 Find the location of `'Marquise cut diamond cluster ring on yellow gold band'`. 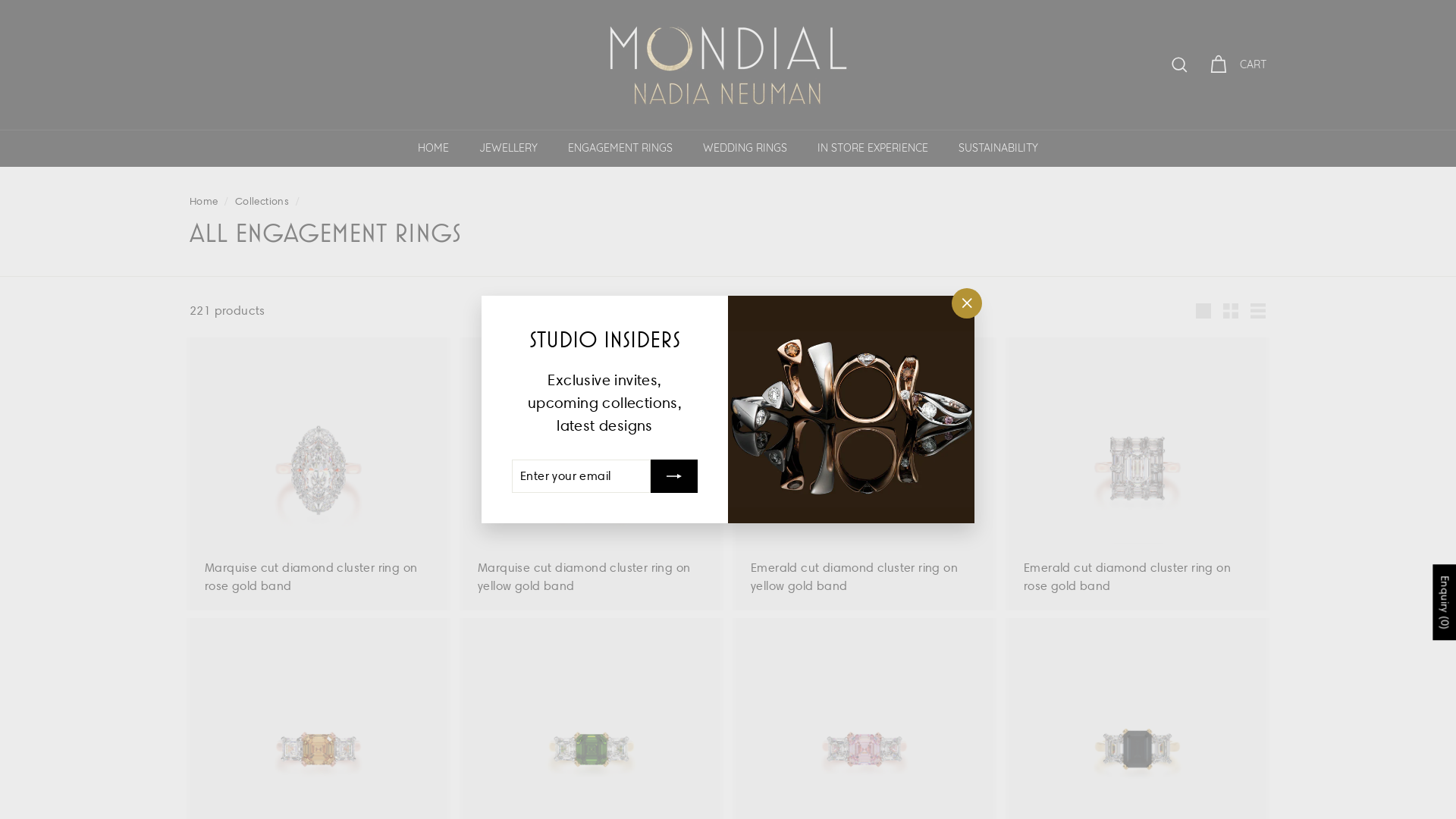

'Marquise cut diamond cluster ring on yellow gold band' is located at coordinates (590, 472).